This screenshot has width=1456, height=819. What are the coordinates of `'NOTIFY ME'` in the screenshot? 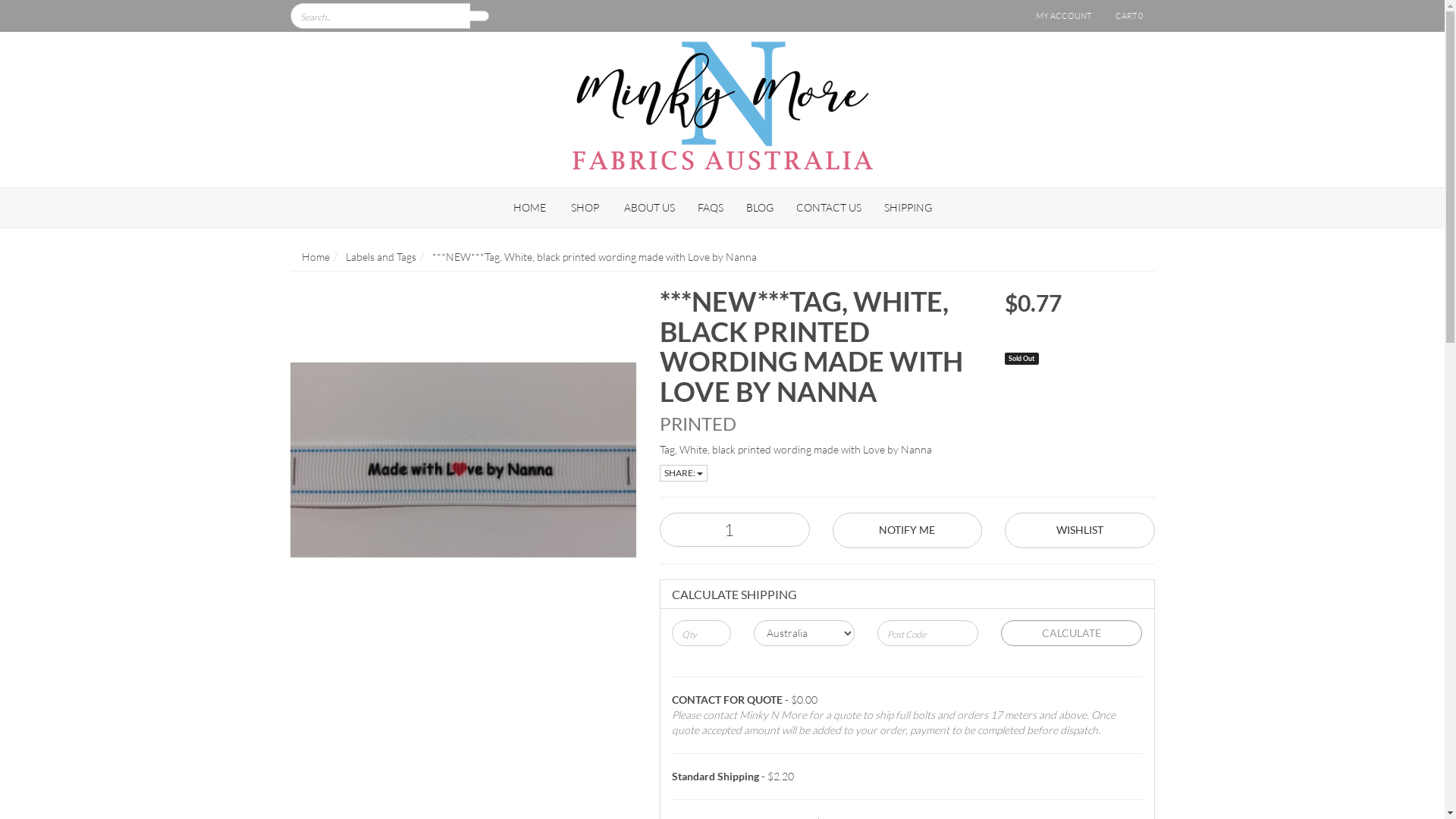 It's located at (907, 529).